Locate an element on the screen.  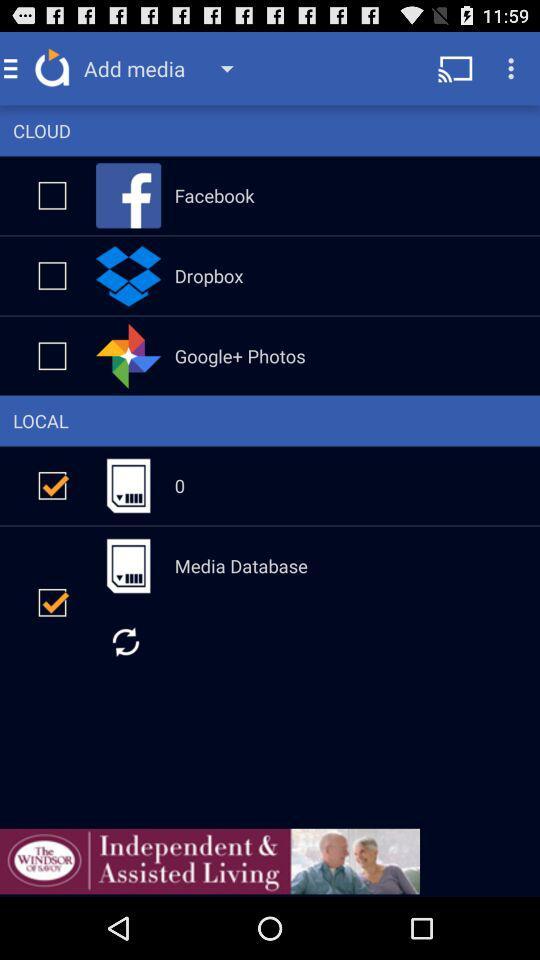
option is located at coordinates (52, 601).